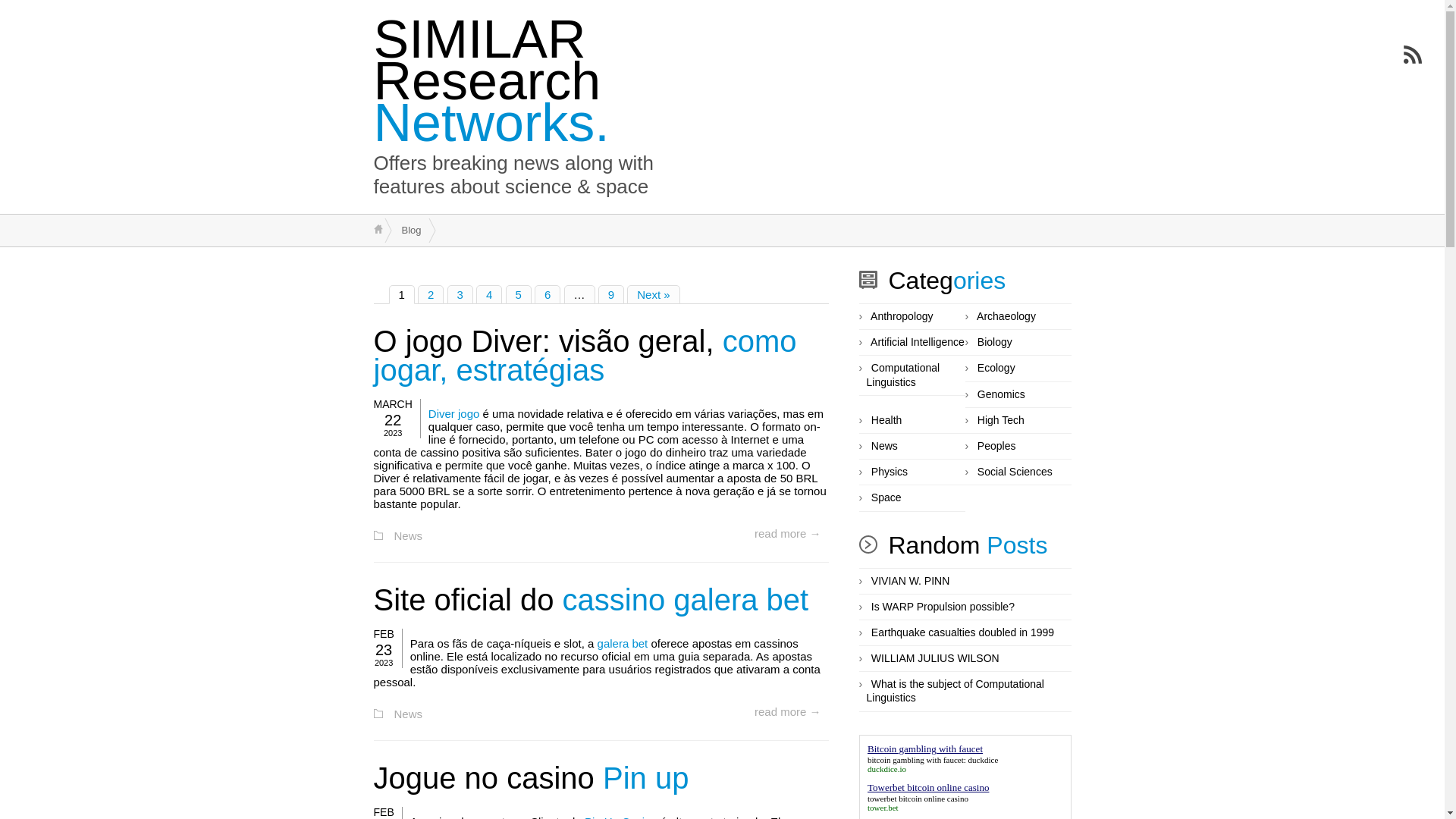 The height and width of the screenshot is (819, 1456). What do you see at coordinates (1411, 54) in the screenshot?
I see `'Subscribe to RSS Feed'` at bounding box center [1411, 54].